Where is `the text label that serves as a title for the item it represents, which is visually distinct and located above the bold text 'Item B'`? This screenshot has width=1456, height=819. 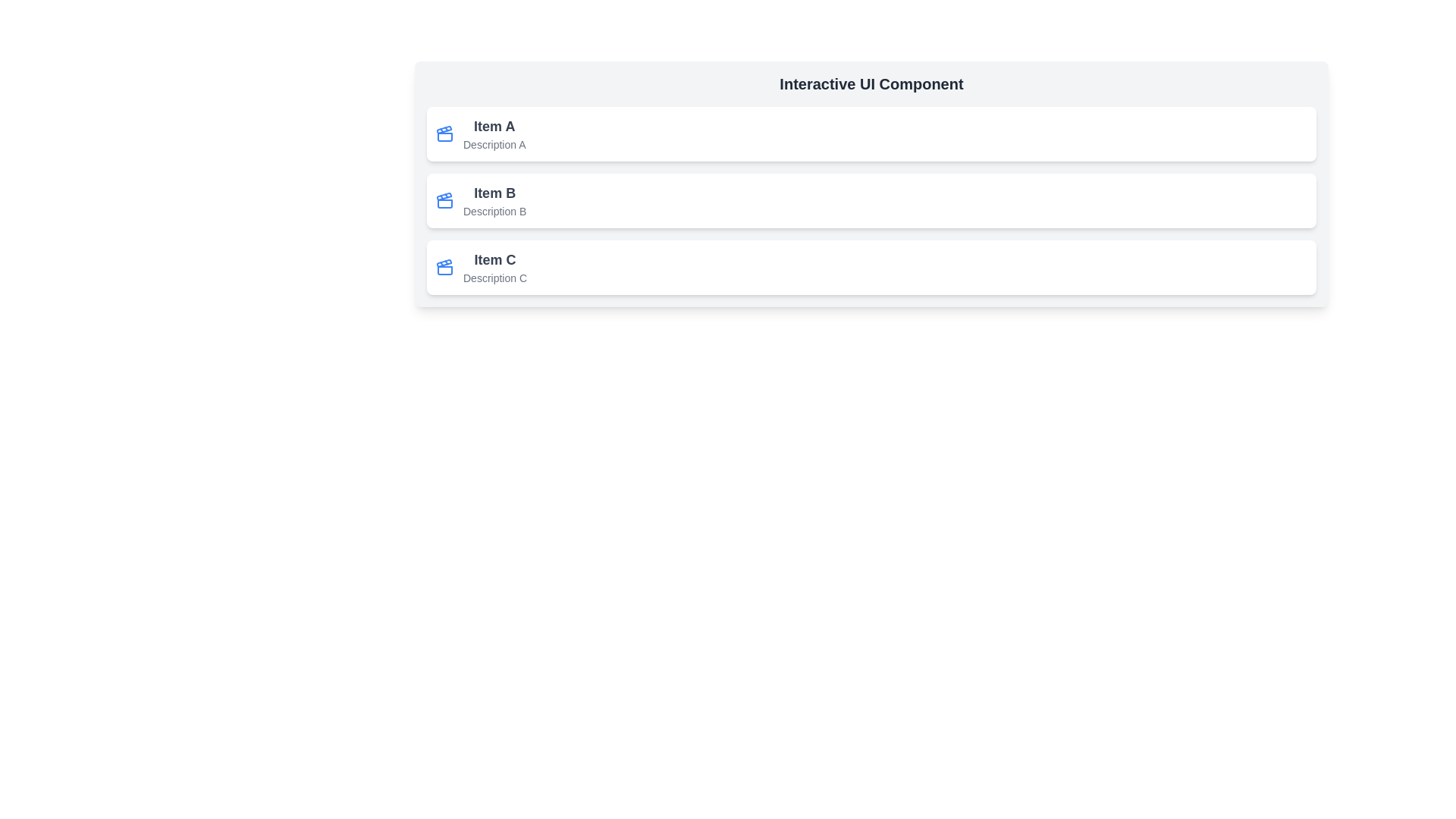
the text label that serves as a title for the item it represents, which is visually distinct and located above the bold text 'Item B' is located at coordinates (494, 192).